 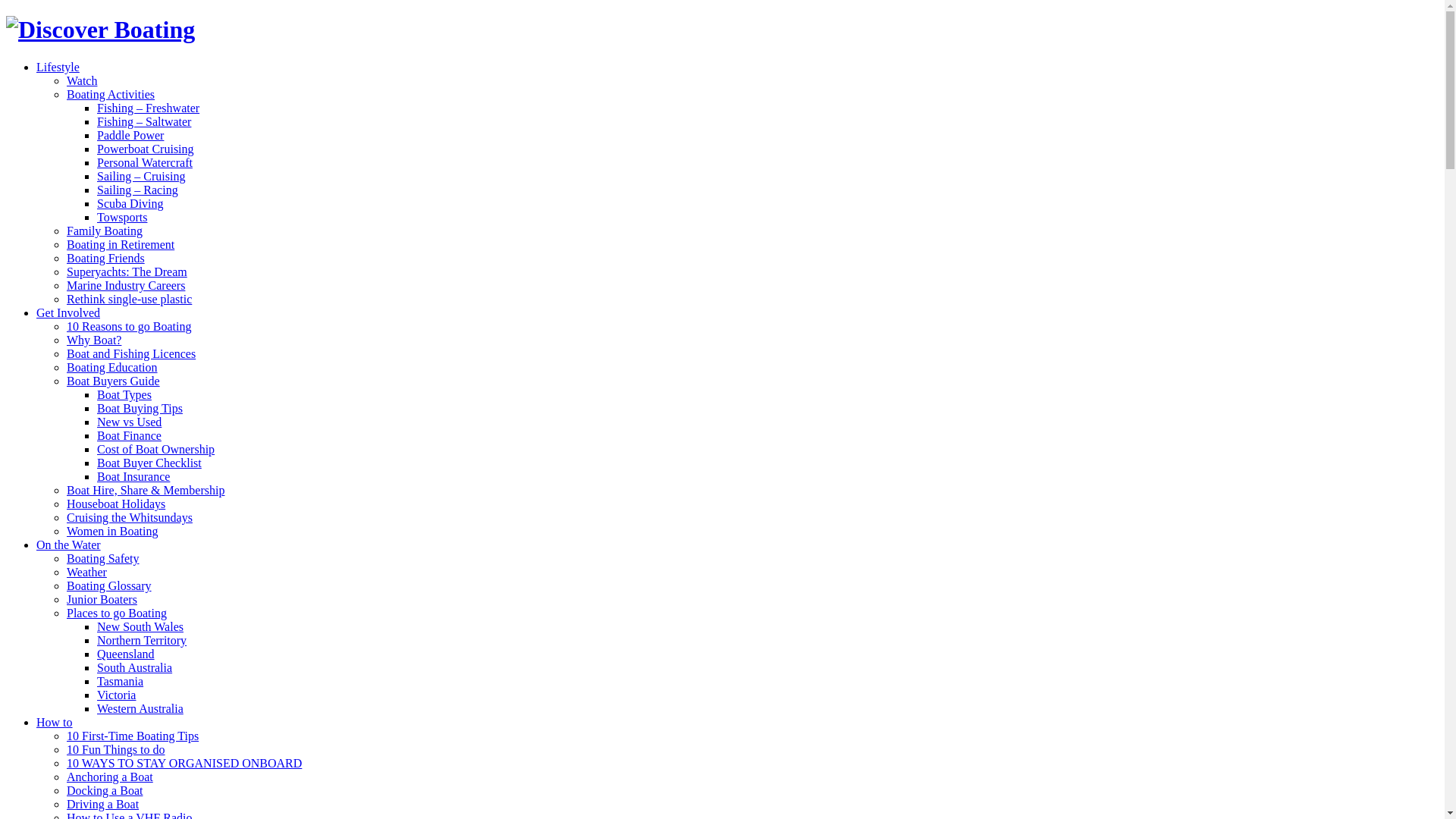 I want to click on 'Anchoring a Boat', so click(x=108, y=777).